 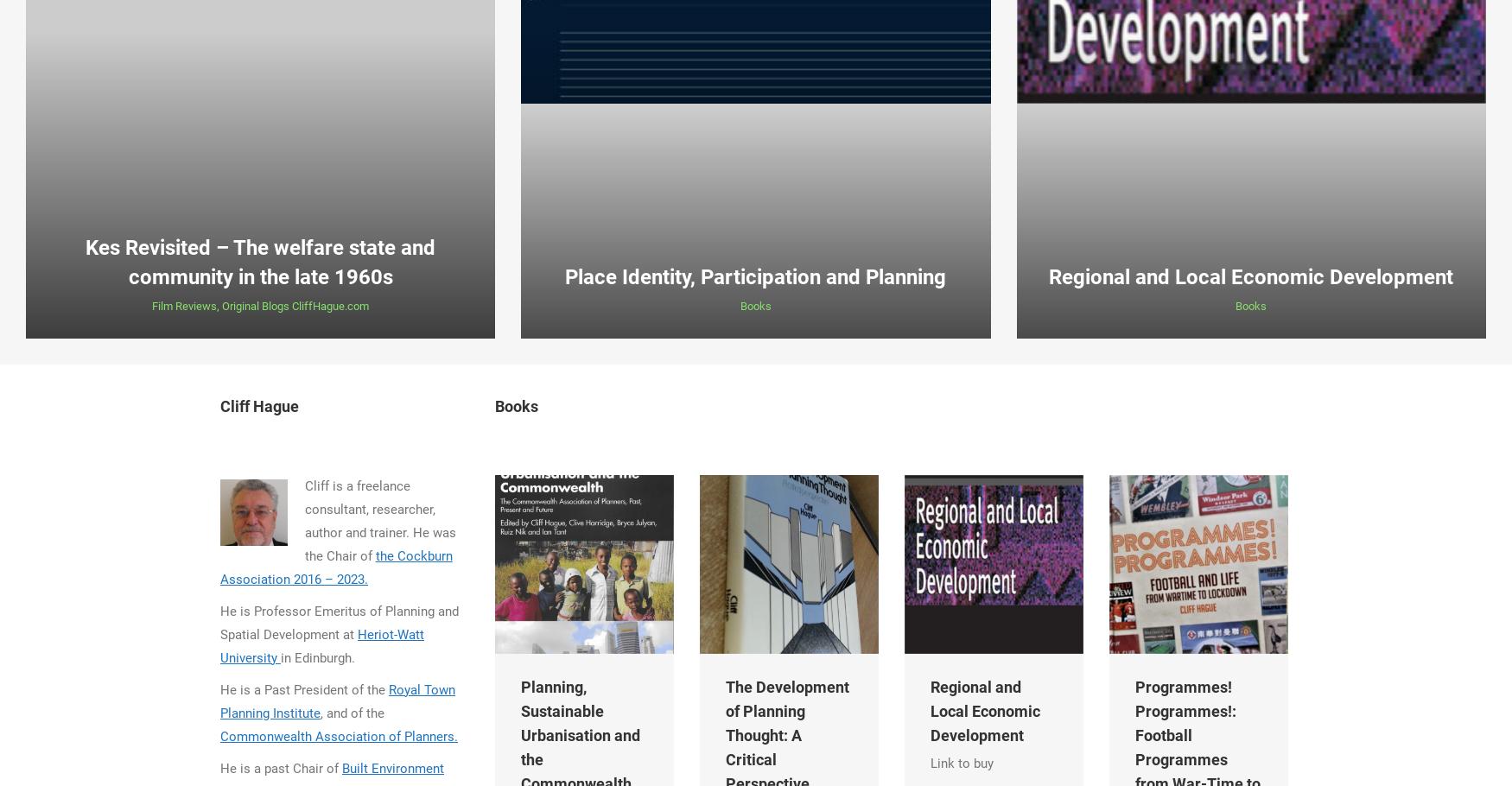 What do you see at coordinates (335, 566) in the screenshot?
I see `'the Cockburn Association 2016 – 2023.'` at bounding box center [335, 566].